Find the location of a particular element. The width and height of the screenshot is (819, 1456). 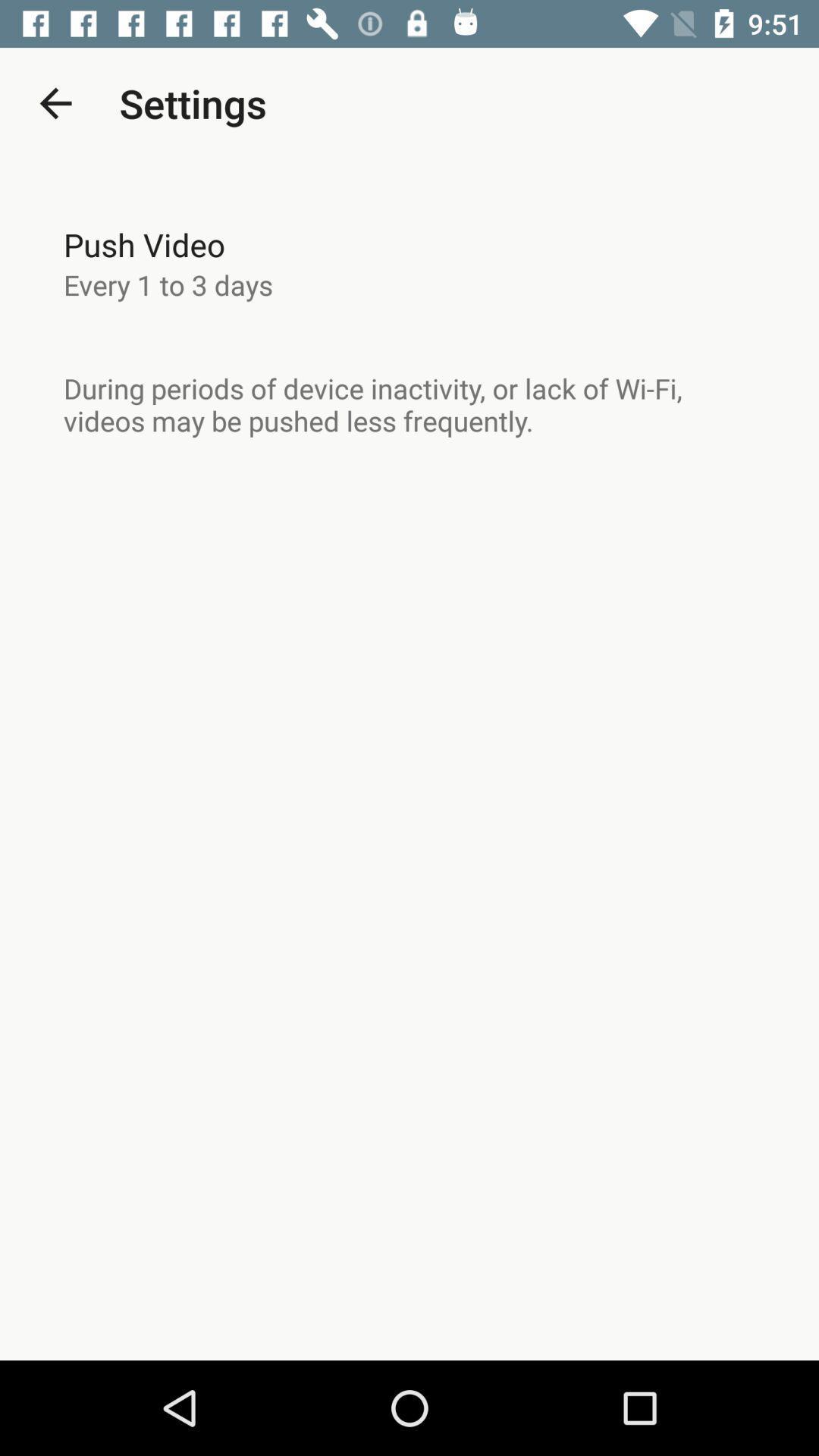

the item above the every 1 to icon is located at coordinates (144, 244).